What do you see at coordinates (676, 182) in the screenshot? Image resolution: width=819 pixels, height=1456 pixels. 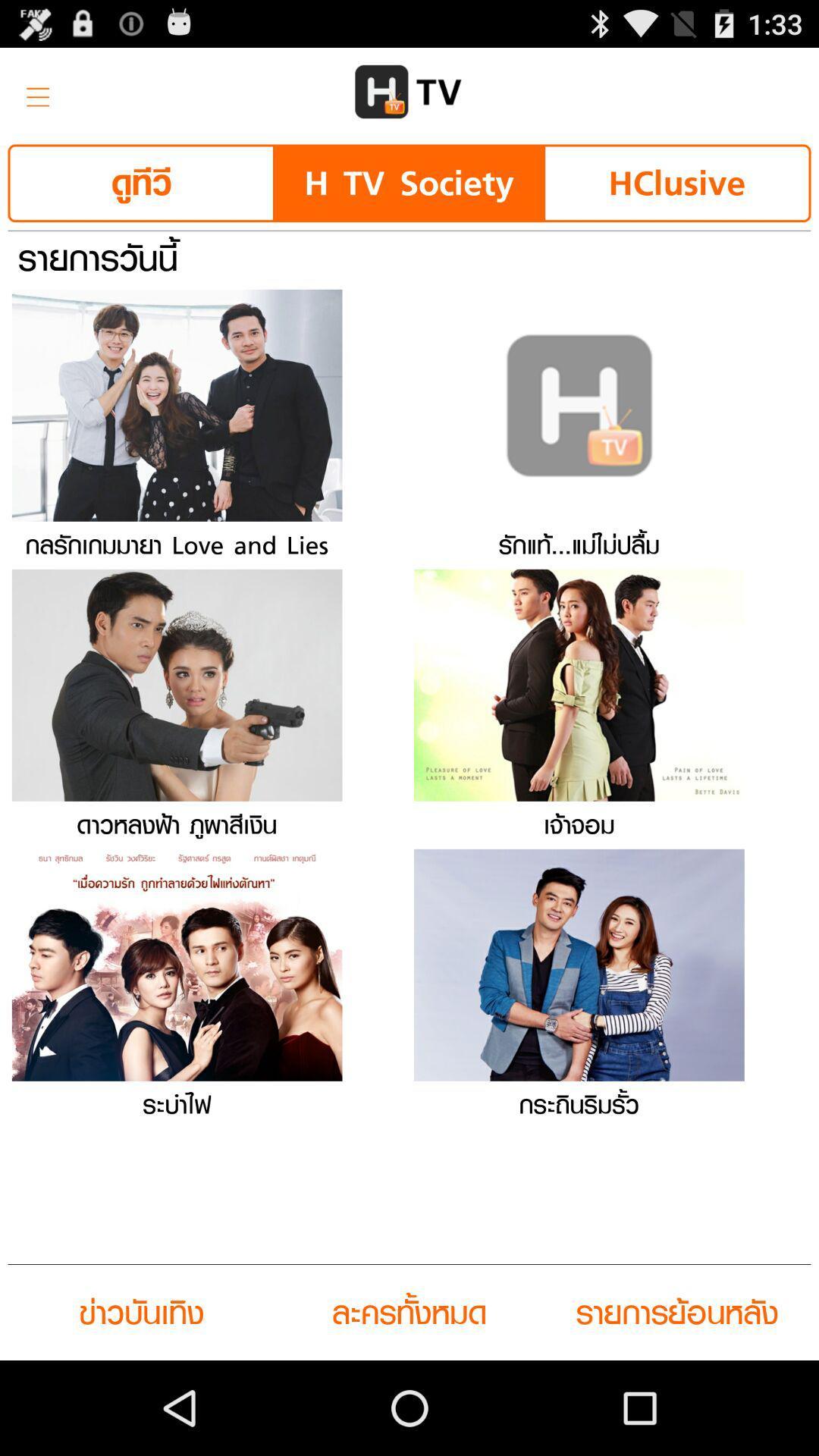 I see `the hclusive icon` at bounding box center [676, 182].